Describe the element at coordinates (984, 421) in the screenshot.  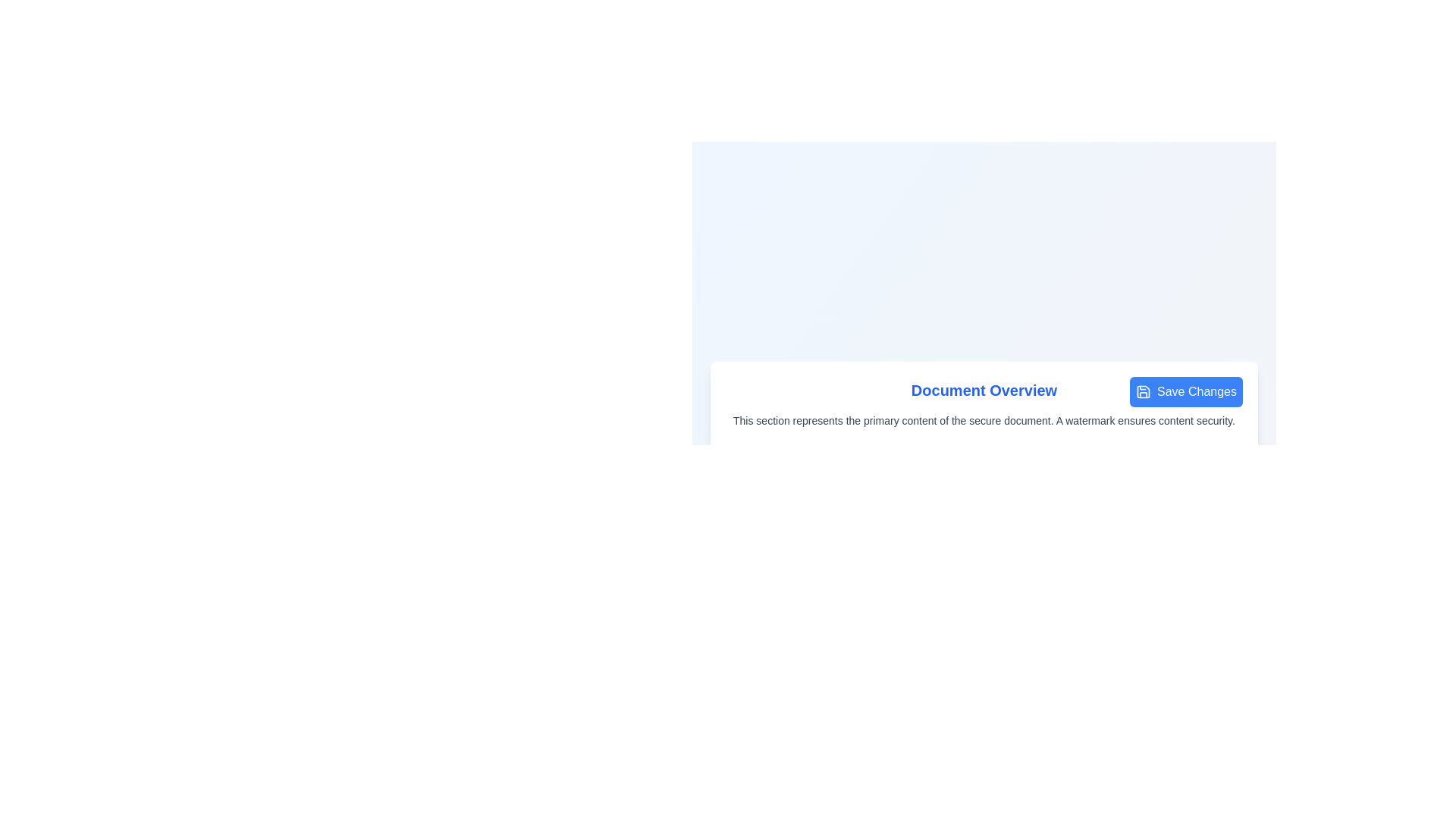
I see `descriptive text block about the secure document, which is centrally aligned at the bottom of the card layout beneath the 'Document Overview' title` at that location.